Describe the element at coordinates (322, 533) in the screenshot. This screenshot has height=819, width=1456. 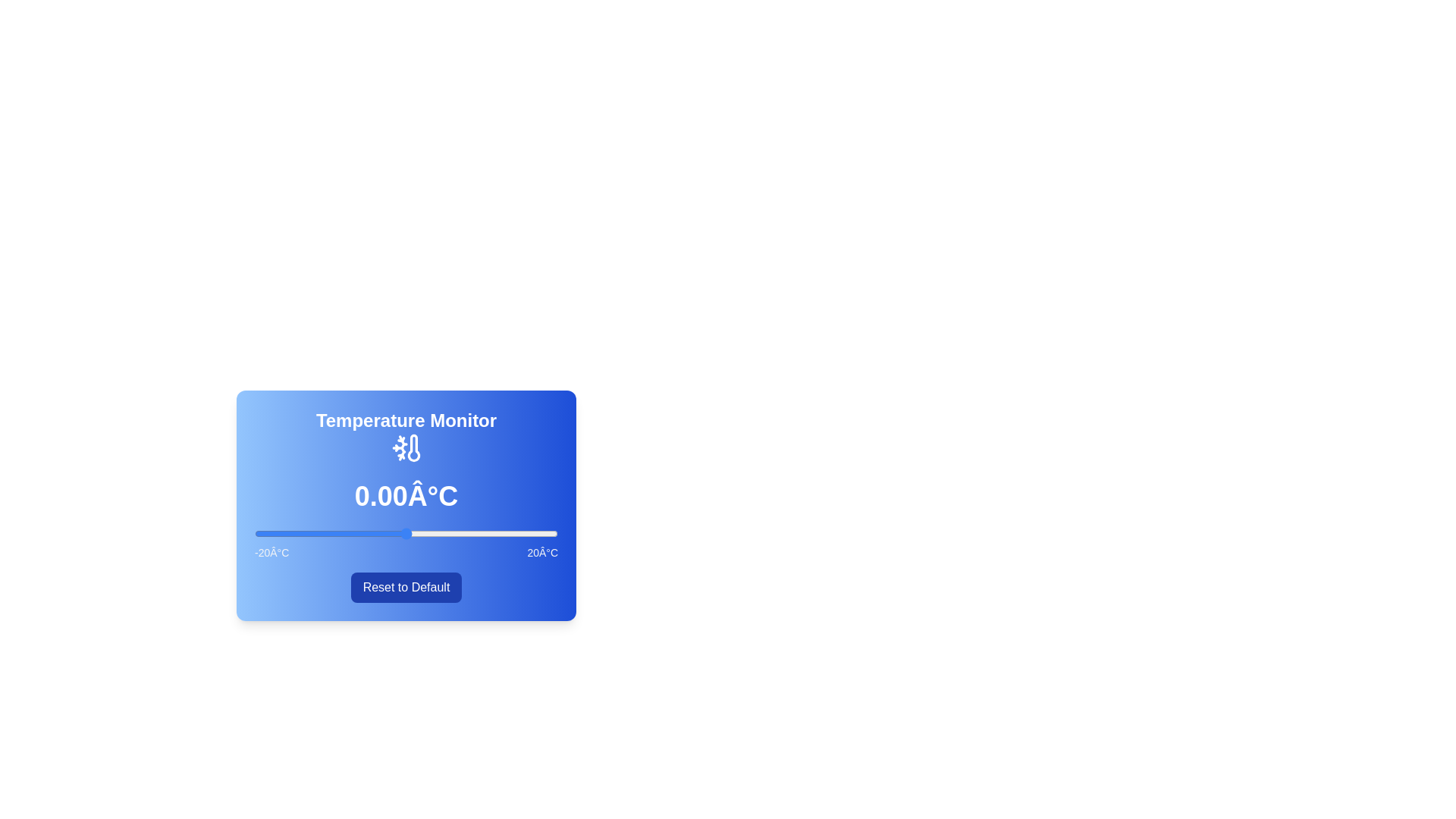
I see `the temperature slider to -11 degrees Celsius` at that location.